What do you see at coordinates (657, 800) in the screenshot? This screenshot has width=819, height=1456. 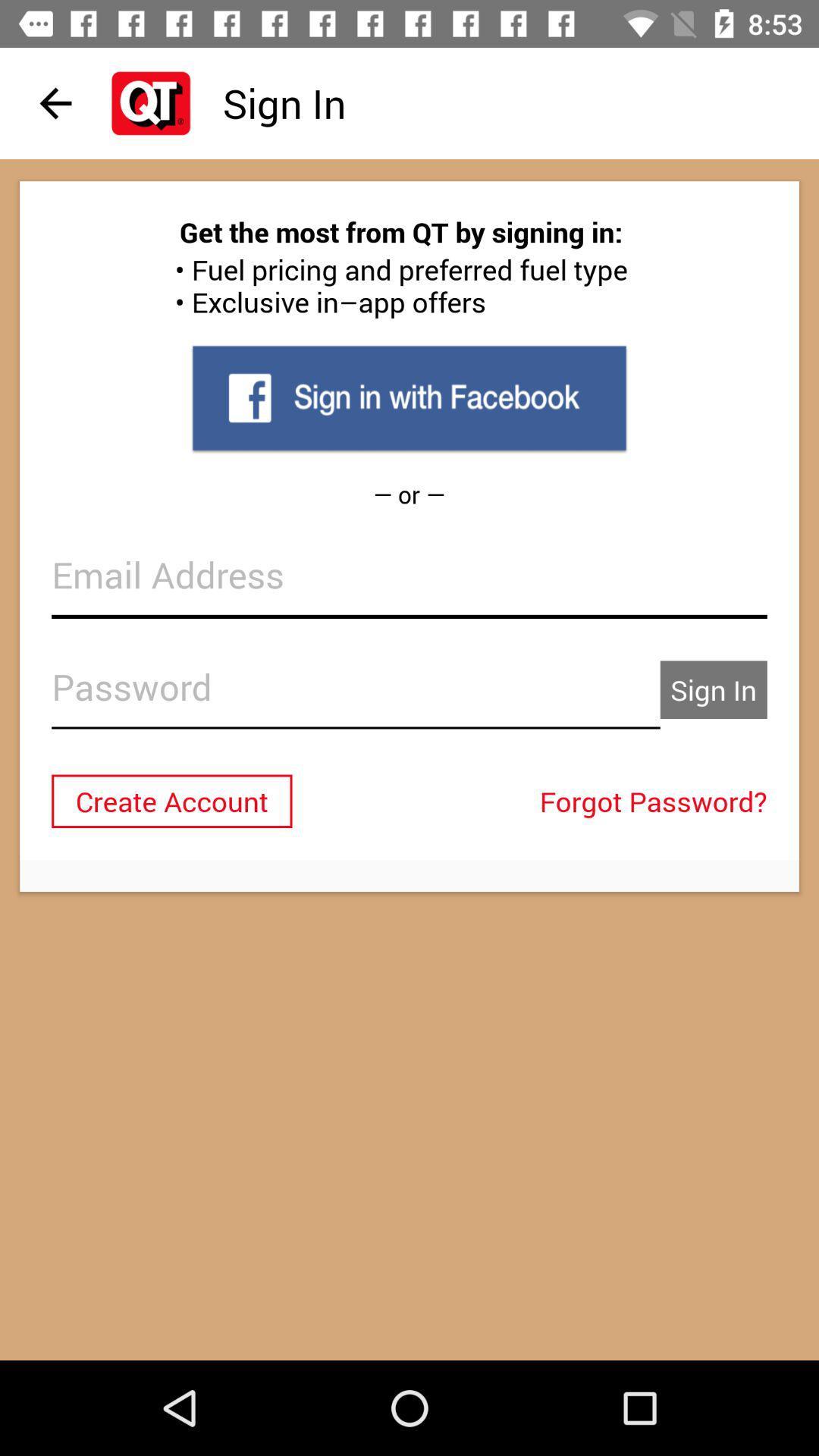 I see `item to the right of create account icon` at bounding box center [657, 800].